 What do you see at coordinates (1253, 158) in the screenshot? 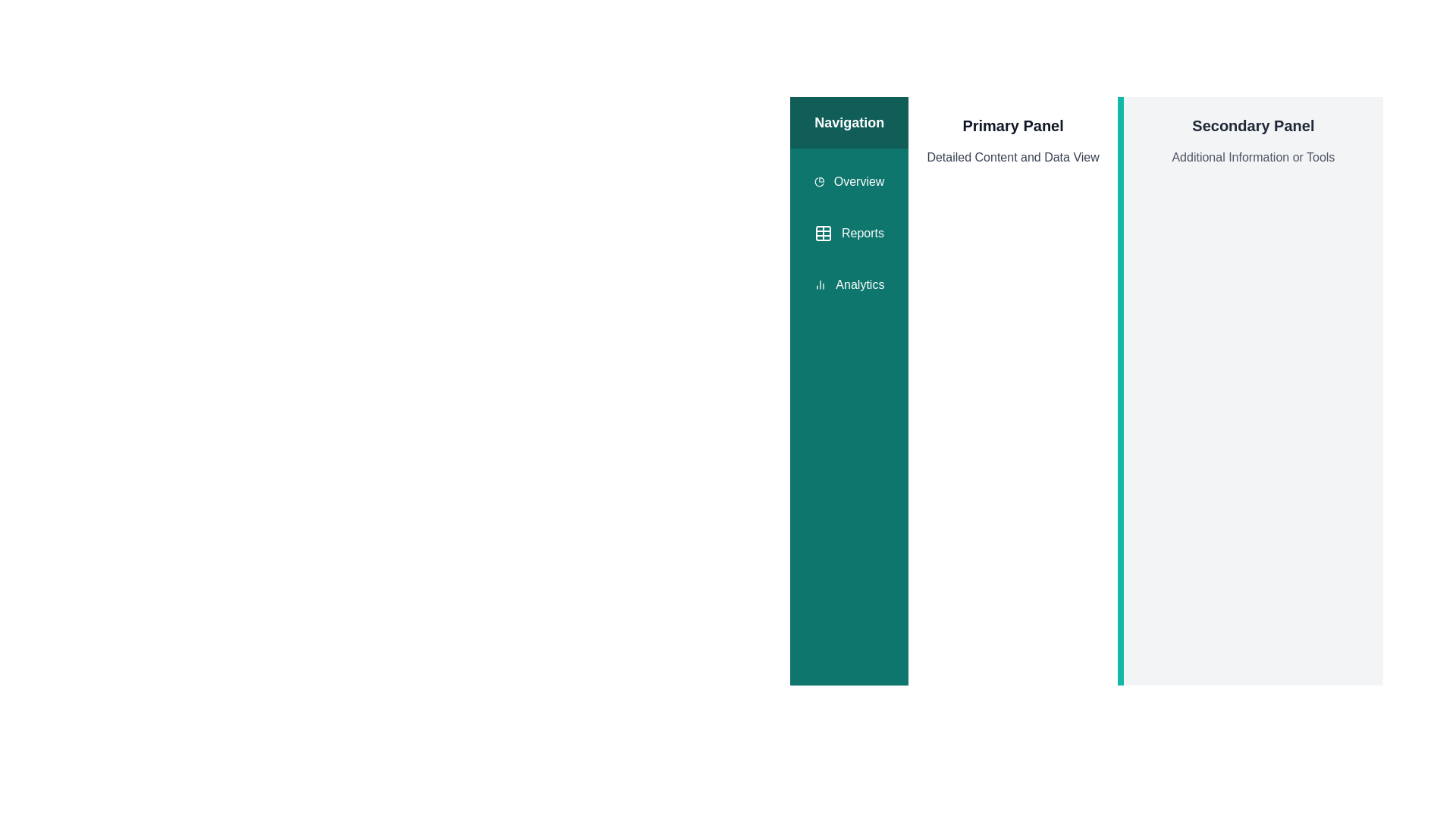
I see `the text label that provides a descriptive heading within the 'Secondary Panel', which is located just below the 'Secondary Panel' header` at bounding box center [1253, 158].